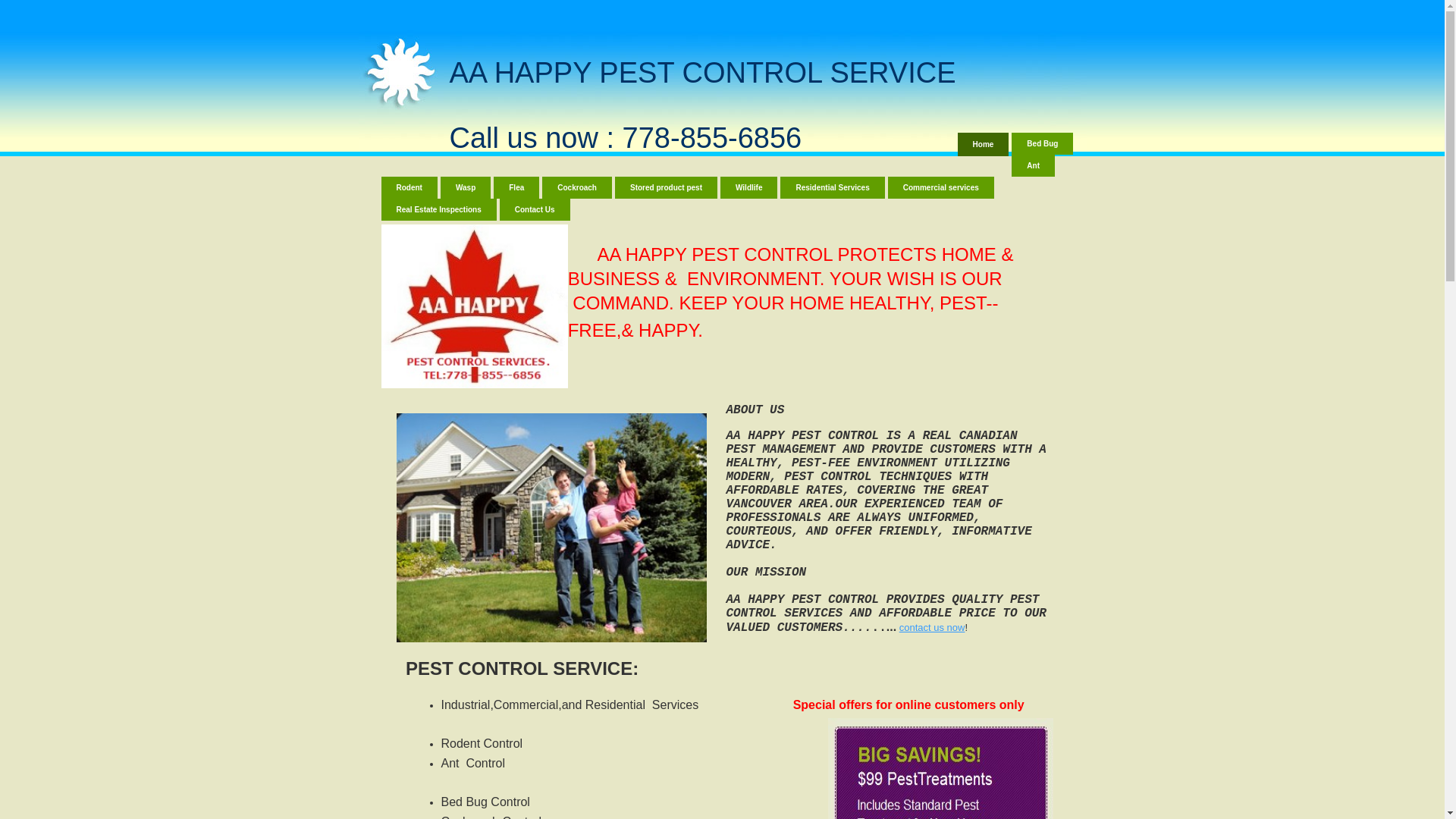 The height and width of the screenshot is (819, 1456). I want to click on 'Flea', so click(516, 187).